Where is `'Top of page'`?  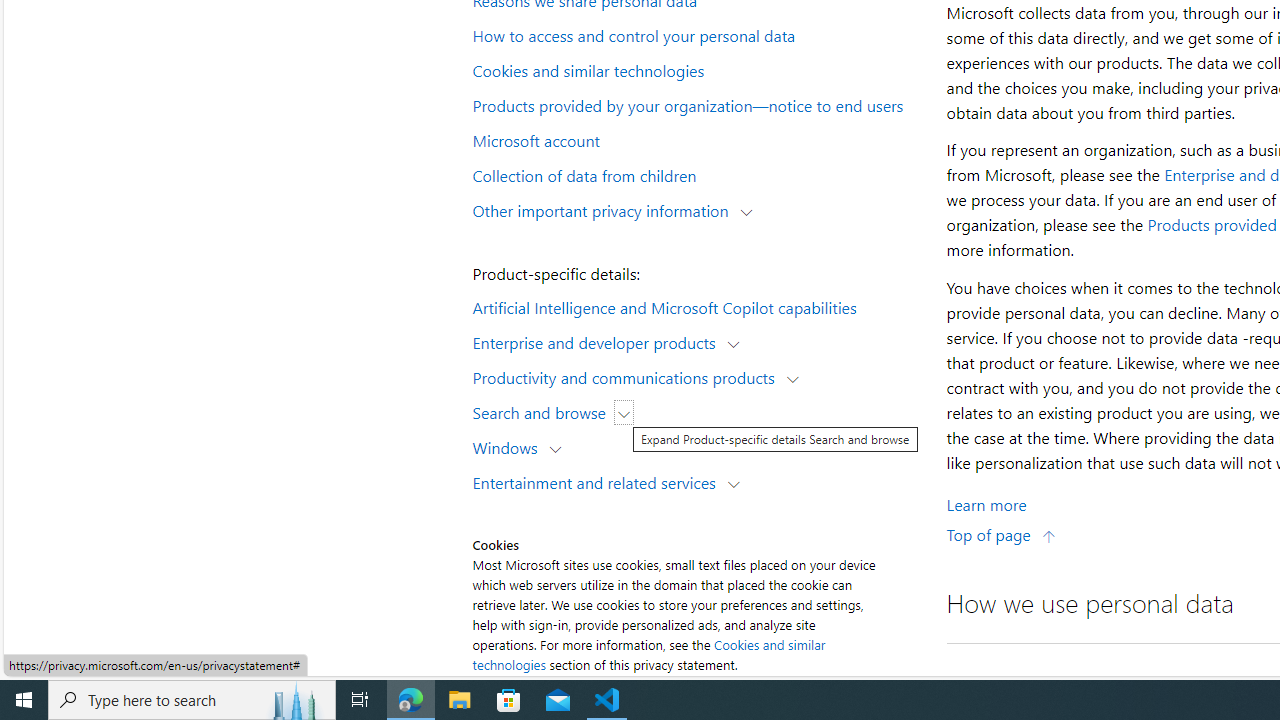
'Top of page' is located at coordinates (1001, 533).